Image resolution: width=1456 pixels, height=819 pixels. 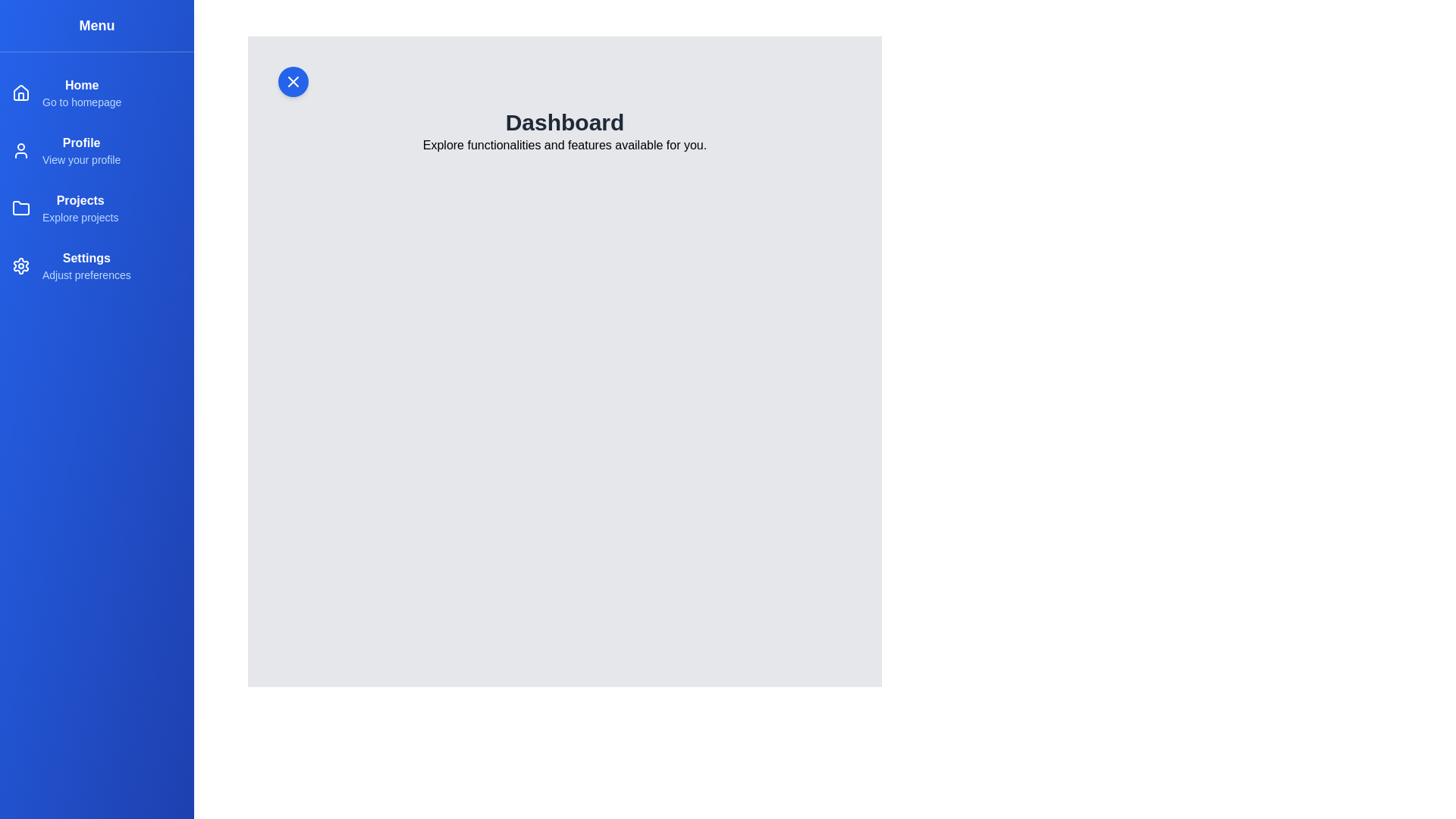 What do you see at coordinates (96, 208) in the screenshot?
I see `the menu item Projects to view its description` at bounding box center [96, 208].